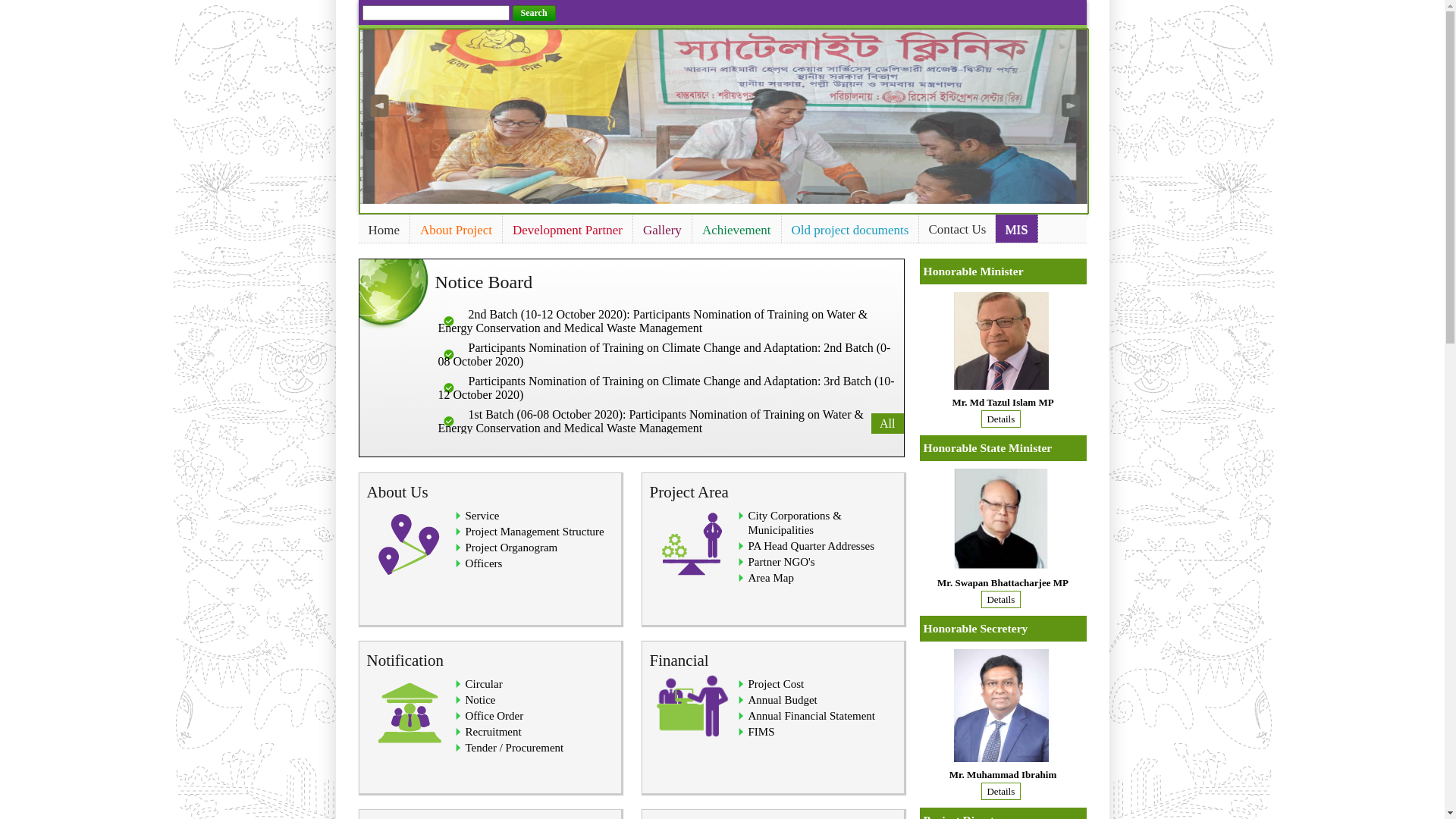 Image resolution: width=1456 pixels, height=819 pixels. Describe the element at coordinates (465, 730) in the screenshot. I see `'Recruitment'` at that location.